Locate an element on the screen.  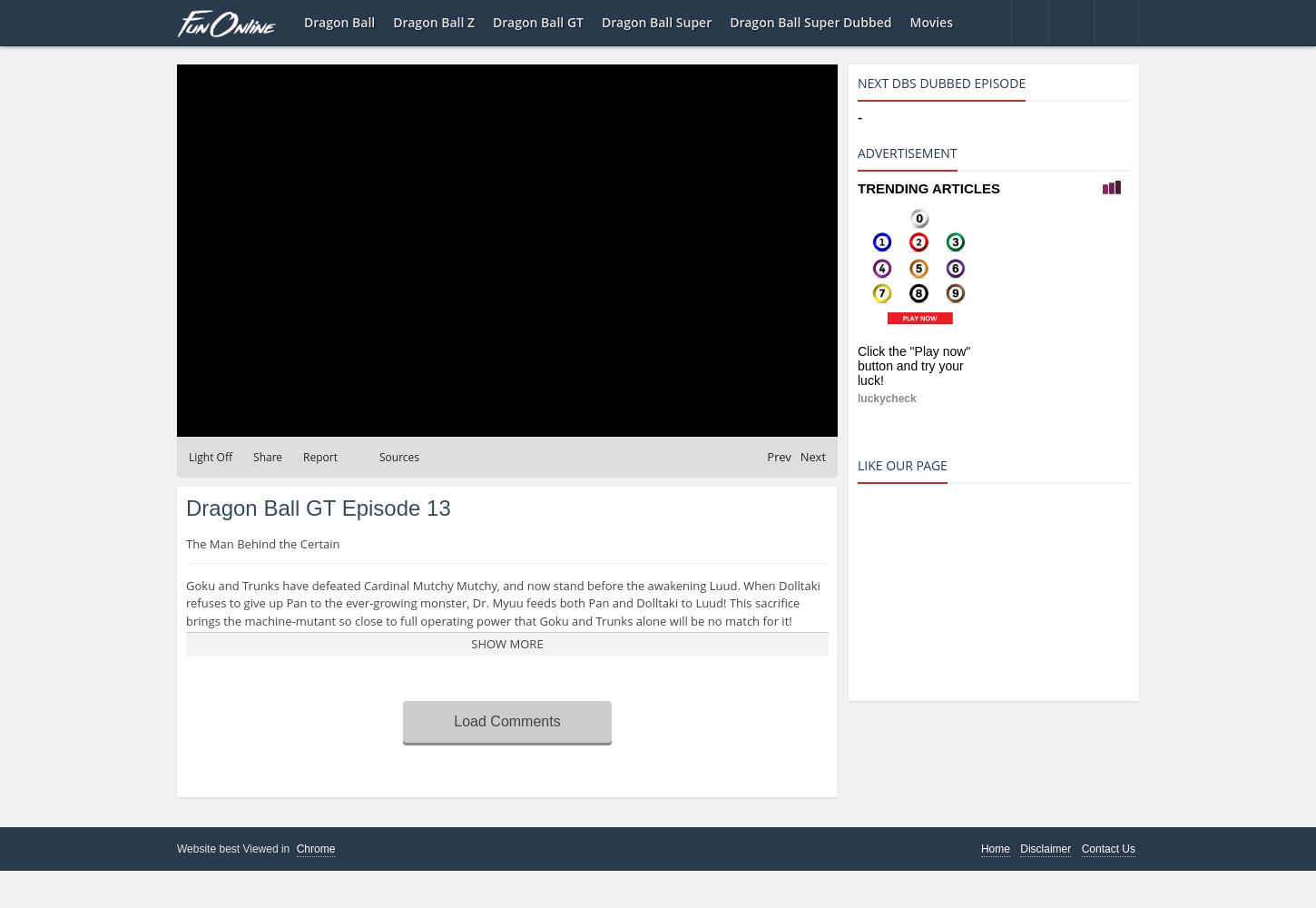
'Dragon Ball GT Episode 14' is located at coordinates (683, 417).